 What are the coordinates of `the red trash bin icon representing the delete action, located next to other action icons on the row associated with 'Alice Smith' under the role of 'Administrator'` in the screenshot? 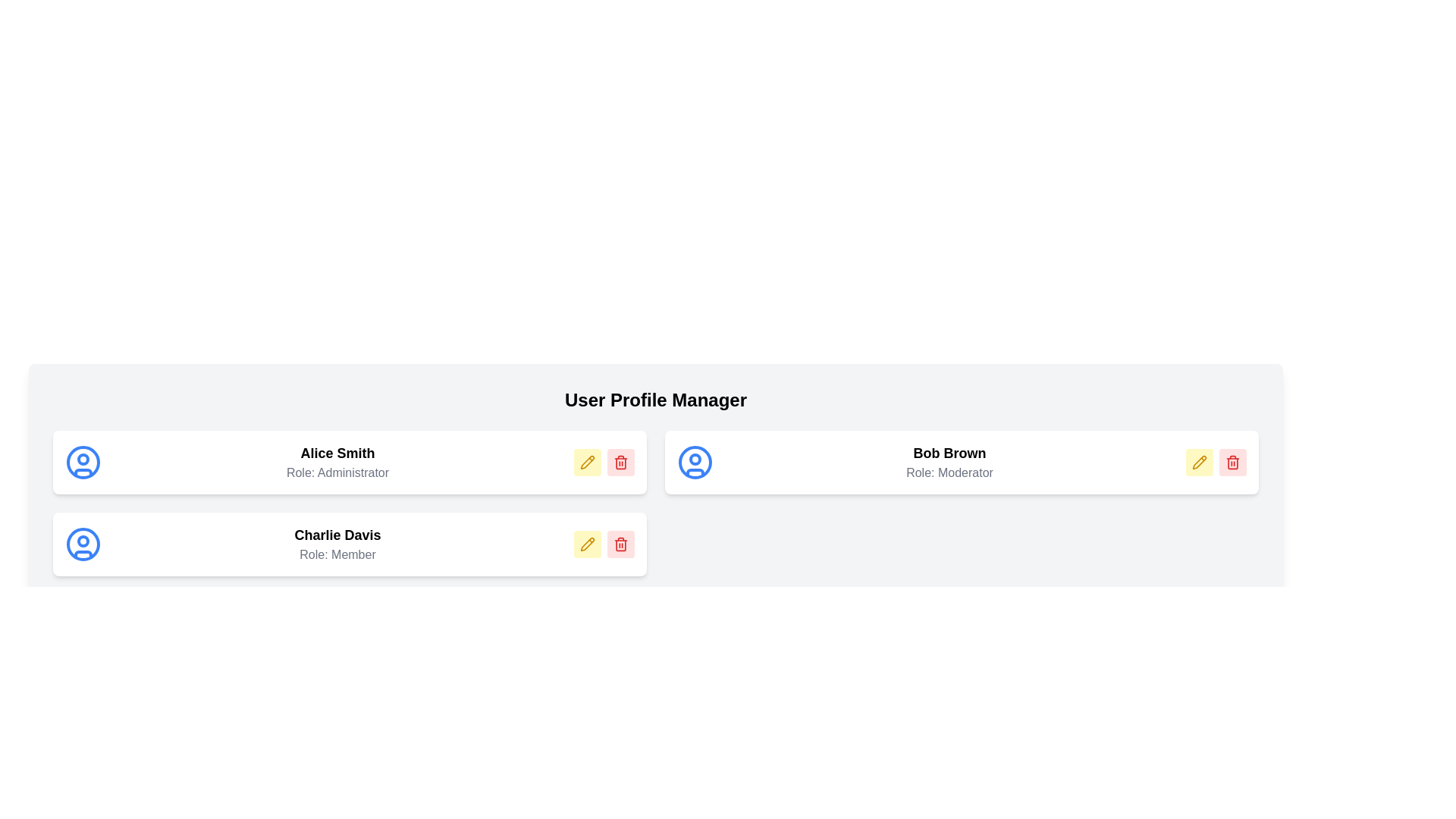 It's located at (621, 461).